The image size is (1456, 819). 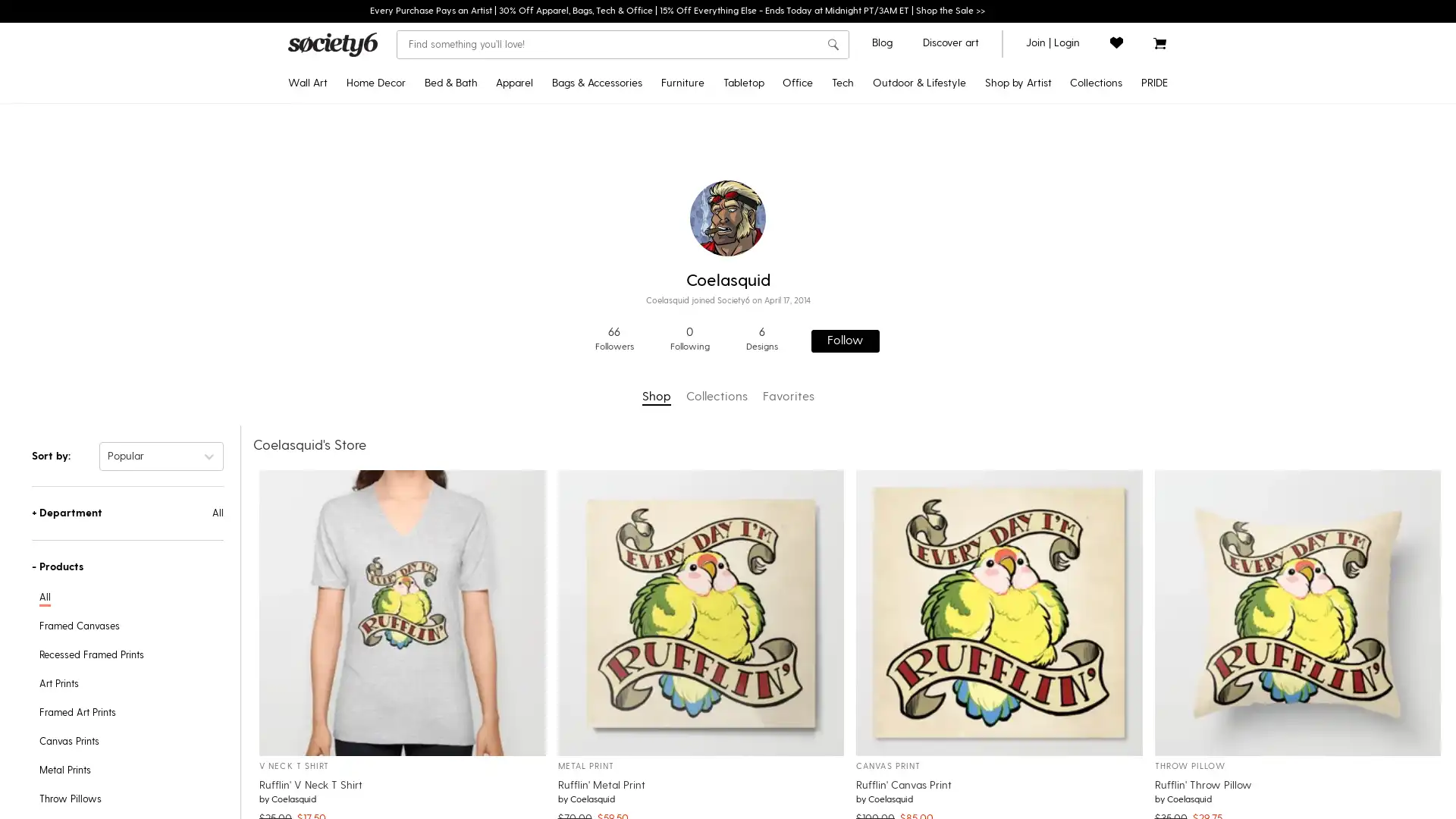 I want to click on Water Bottles, so click(x=939, y=195).